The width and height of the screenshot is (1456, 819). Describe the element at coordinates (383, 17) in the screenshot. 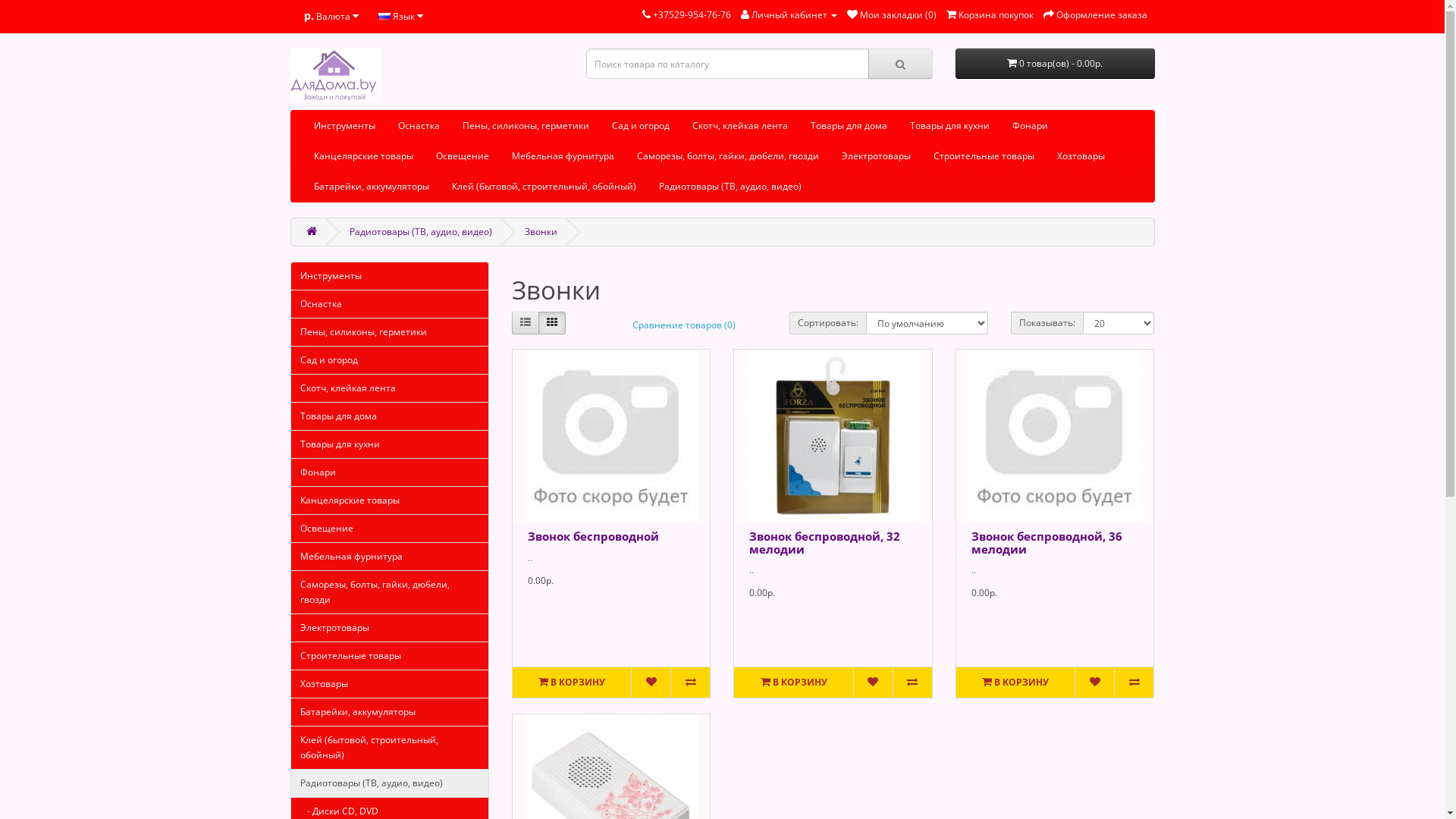

I see `'Russian'` at that location.